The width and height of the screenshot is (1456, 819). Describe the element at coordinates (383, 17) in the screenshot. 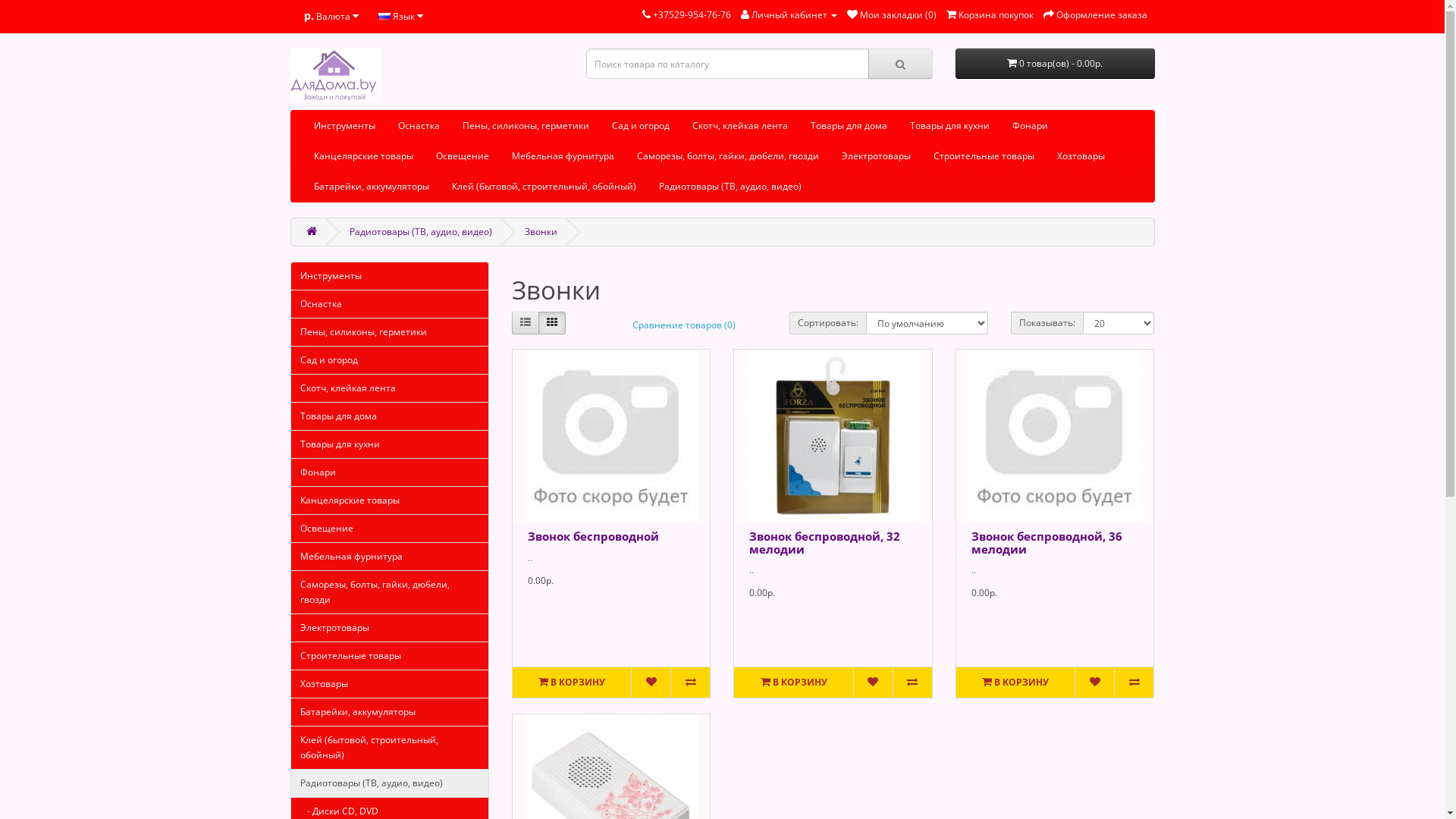

I see `'Russian'` at that location.